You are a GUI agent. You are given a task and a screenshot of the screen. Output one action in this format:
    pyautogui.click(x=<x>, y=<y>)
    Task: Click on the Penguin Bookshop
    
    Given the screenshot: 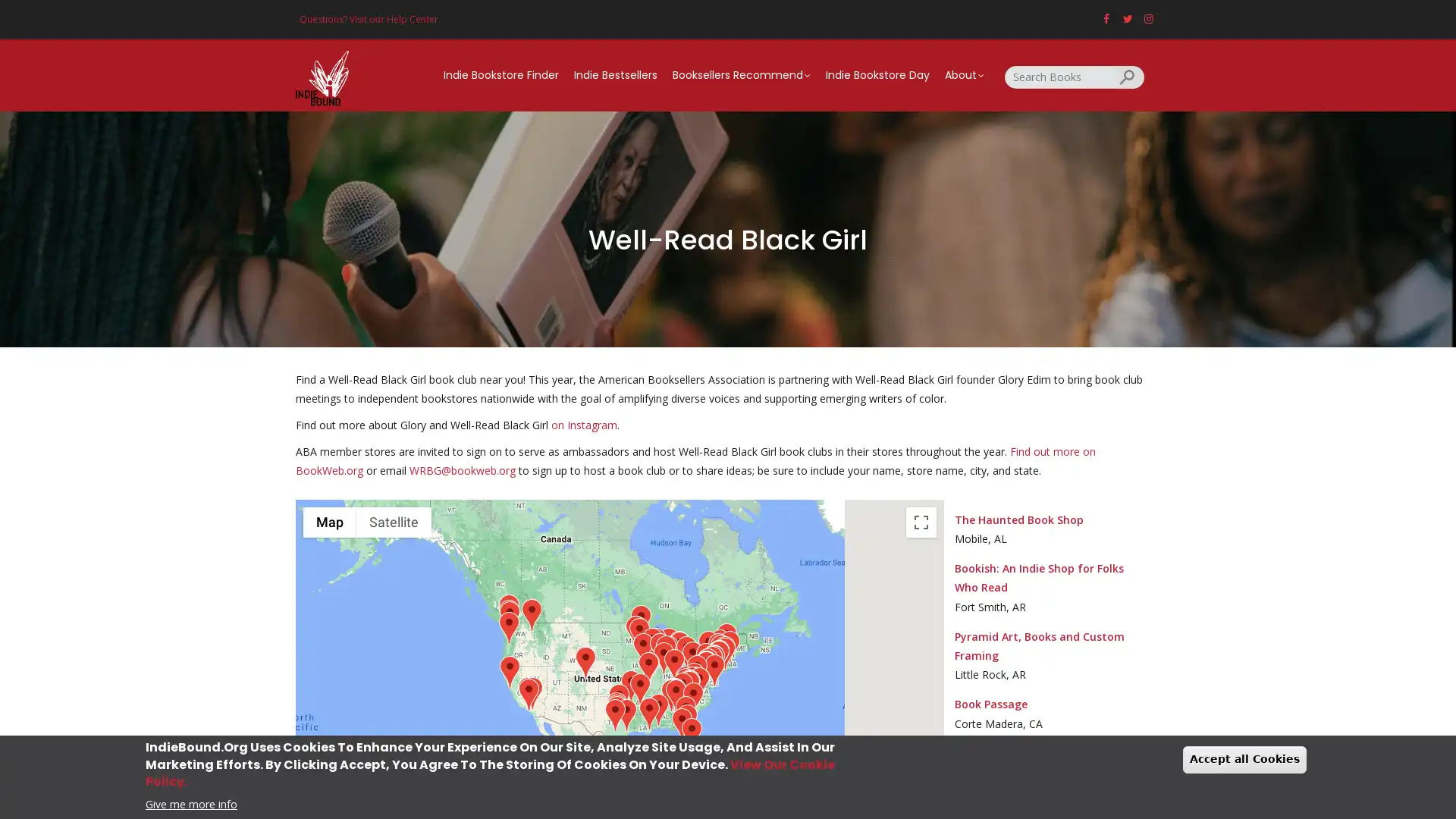 What is the action you would take?
    pyautogui.click(x=691, y=656)
    